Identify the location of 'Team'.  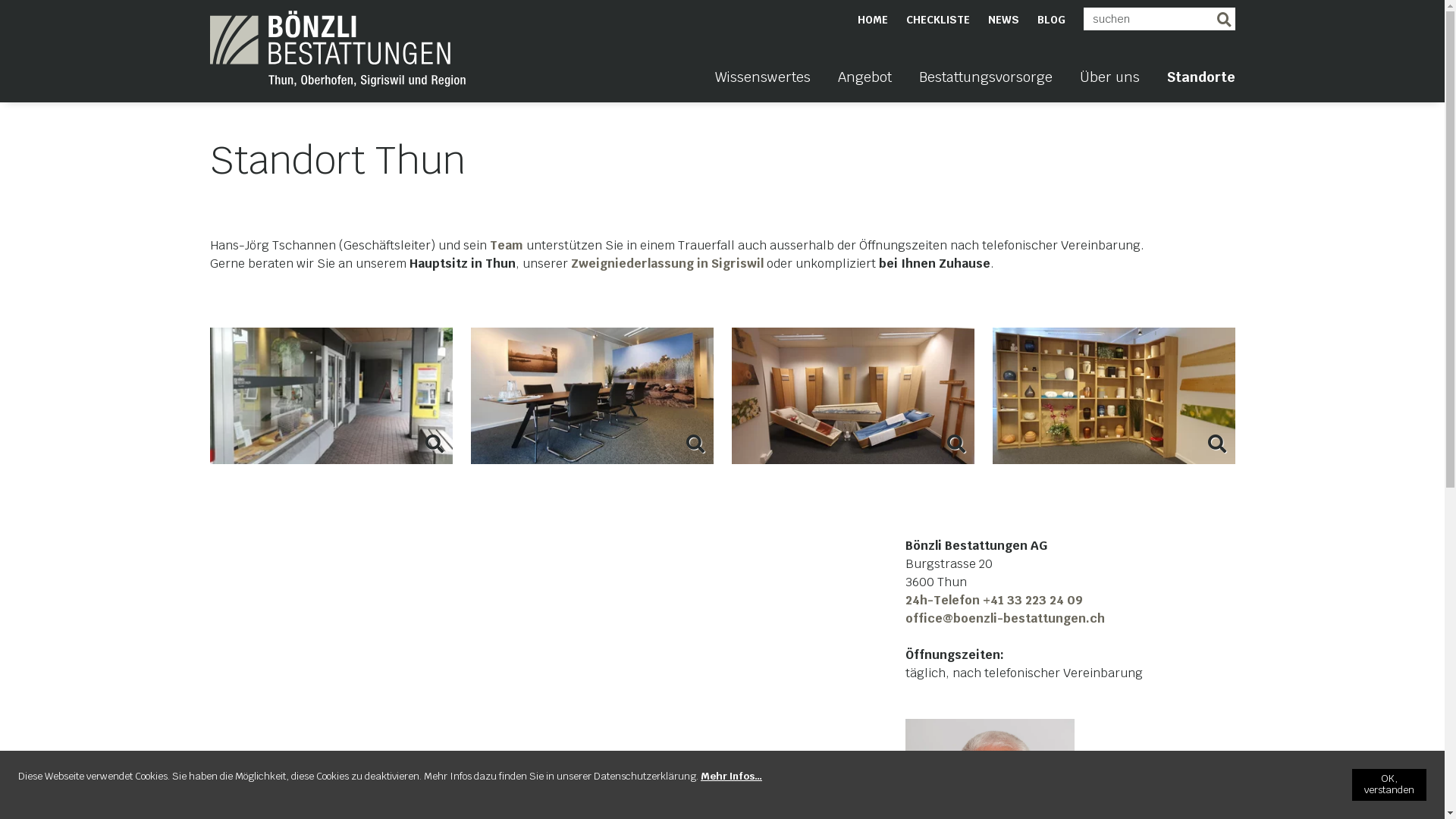
(506, 244).